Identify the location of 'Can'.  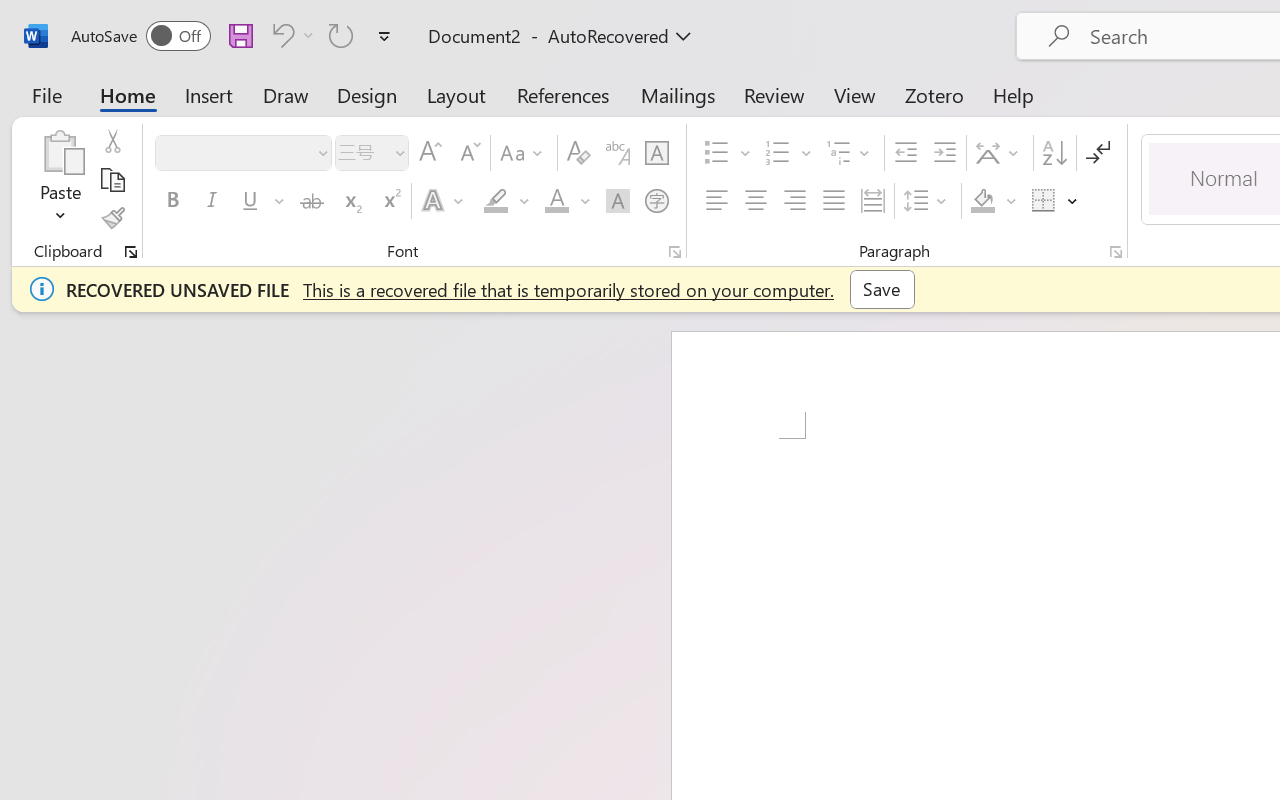
(289, 34).